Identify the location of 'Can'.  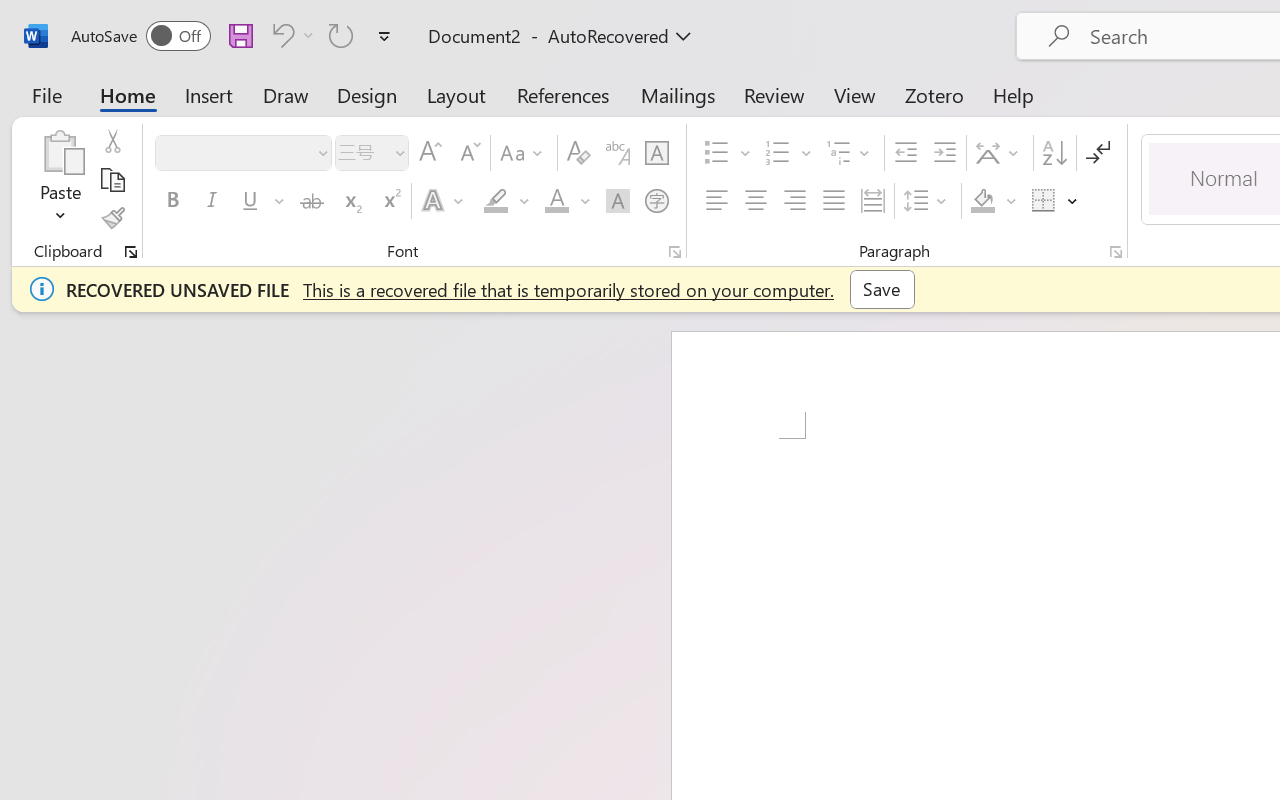
(289, 34).